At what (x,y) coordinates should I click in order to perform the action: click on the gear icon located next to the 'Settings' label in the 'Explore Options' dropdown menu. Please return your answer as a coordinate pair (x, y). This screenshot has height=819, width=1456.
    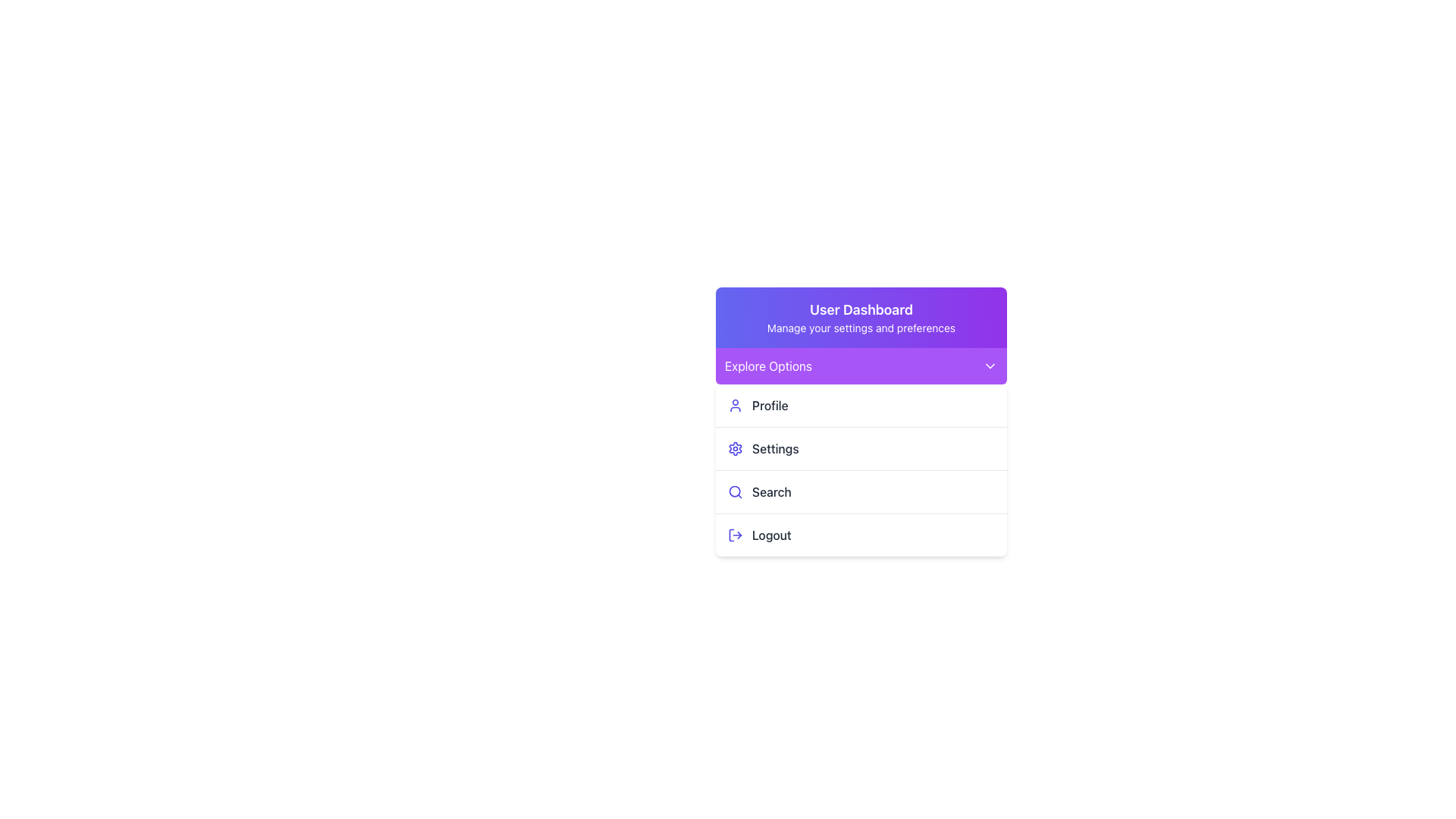
    Looking at the image, I should click on (735, 447).